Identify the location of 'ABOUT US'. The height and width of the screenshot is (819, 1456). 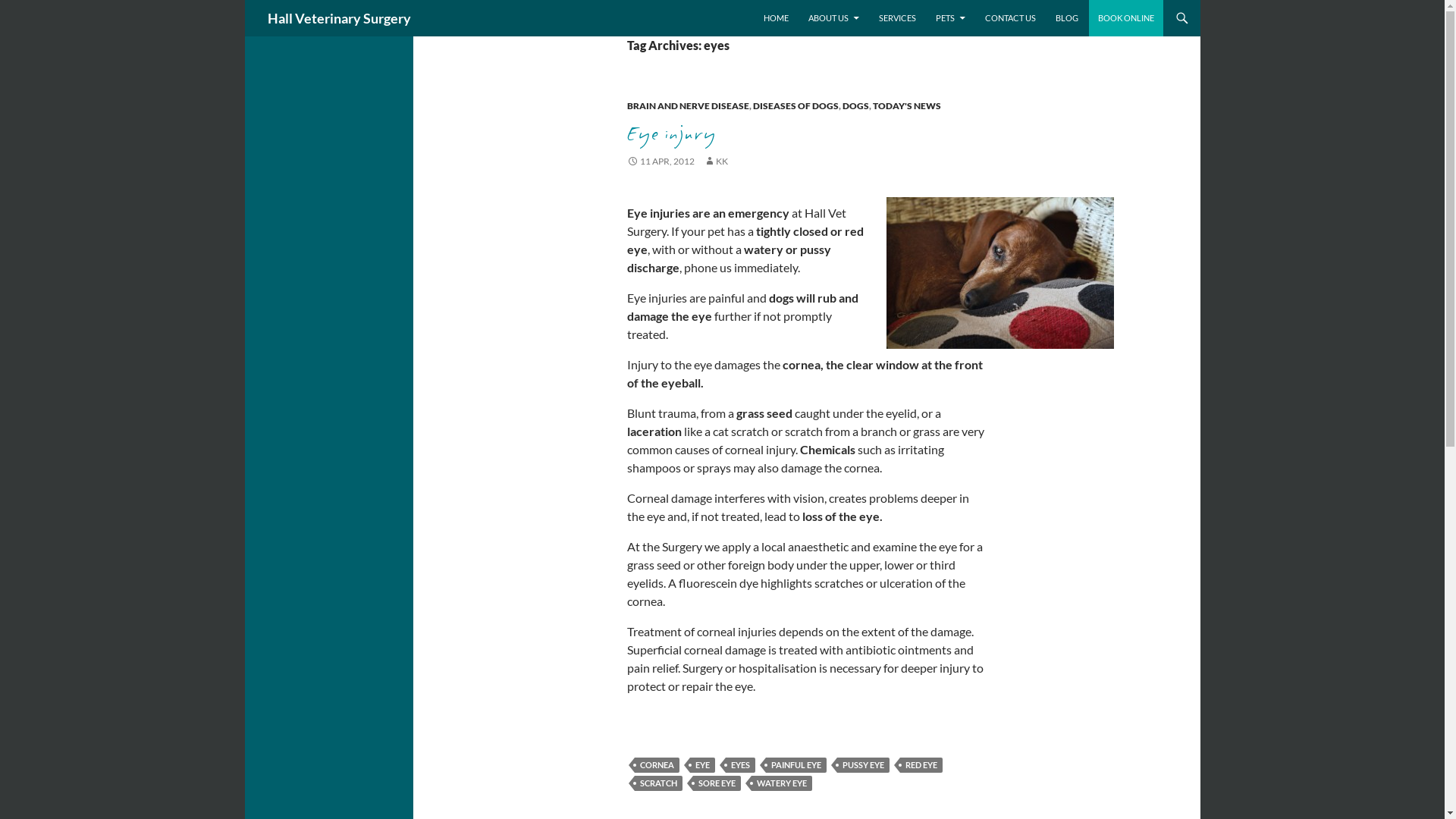
(833, 17).